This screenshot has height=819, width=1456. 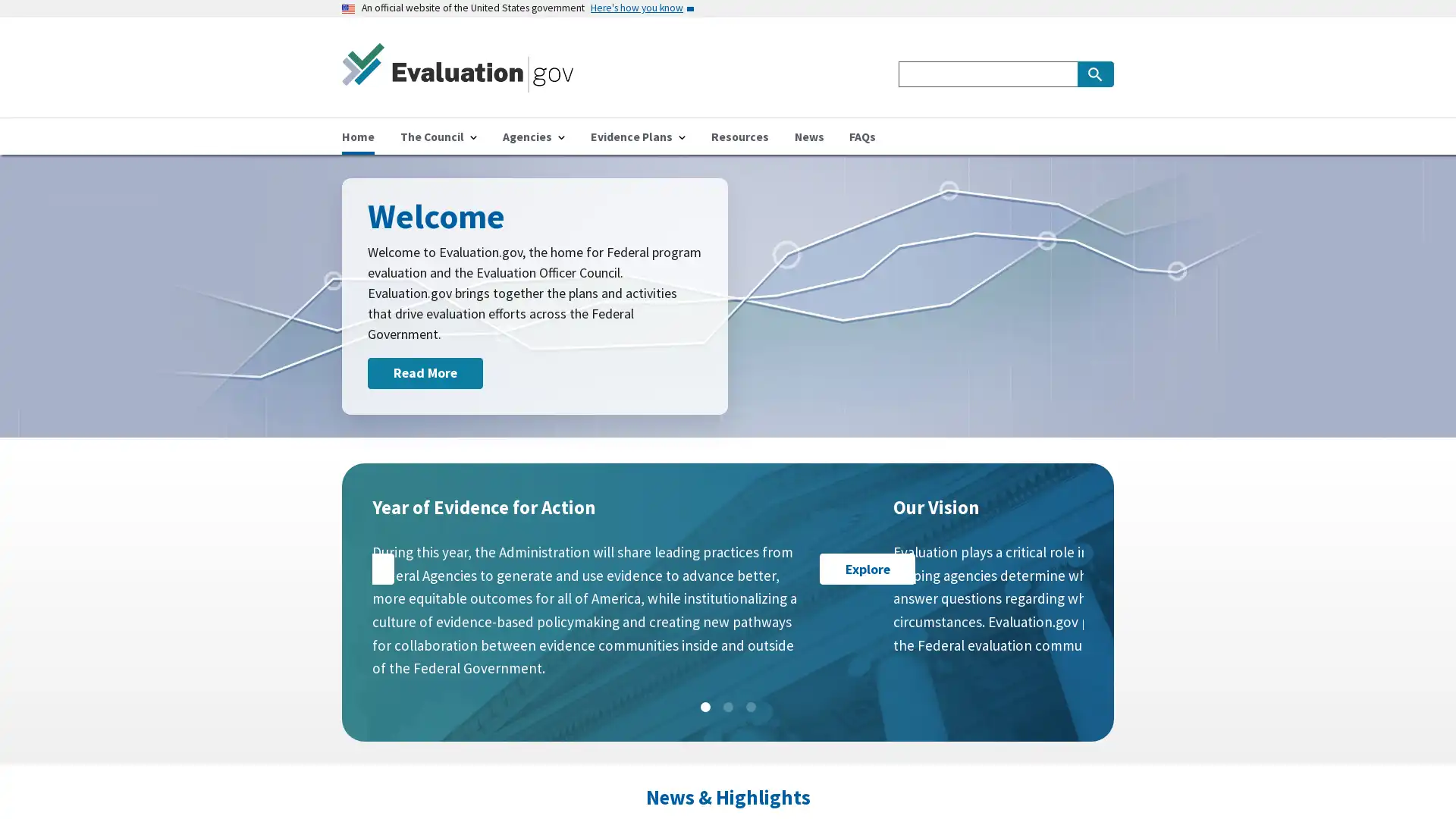 What do you see at coordinates (438, 136) in the screenshot?
I see `The Council` at bounding box center [438, 136].